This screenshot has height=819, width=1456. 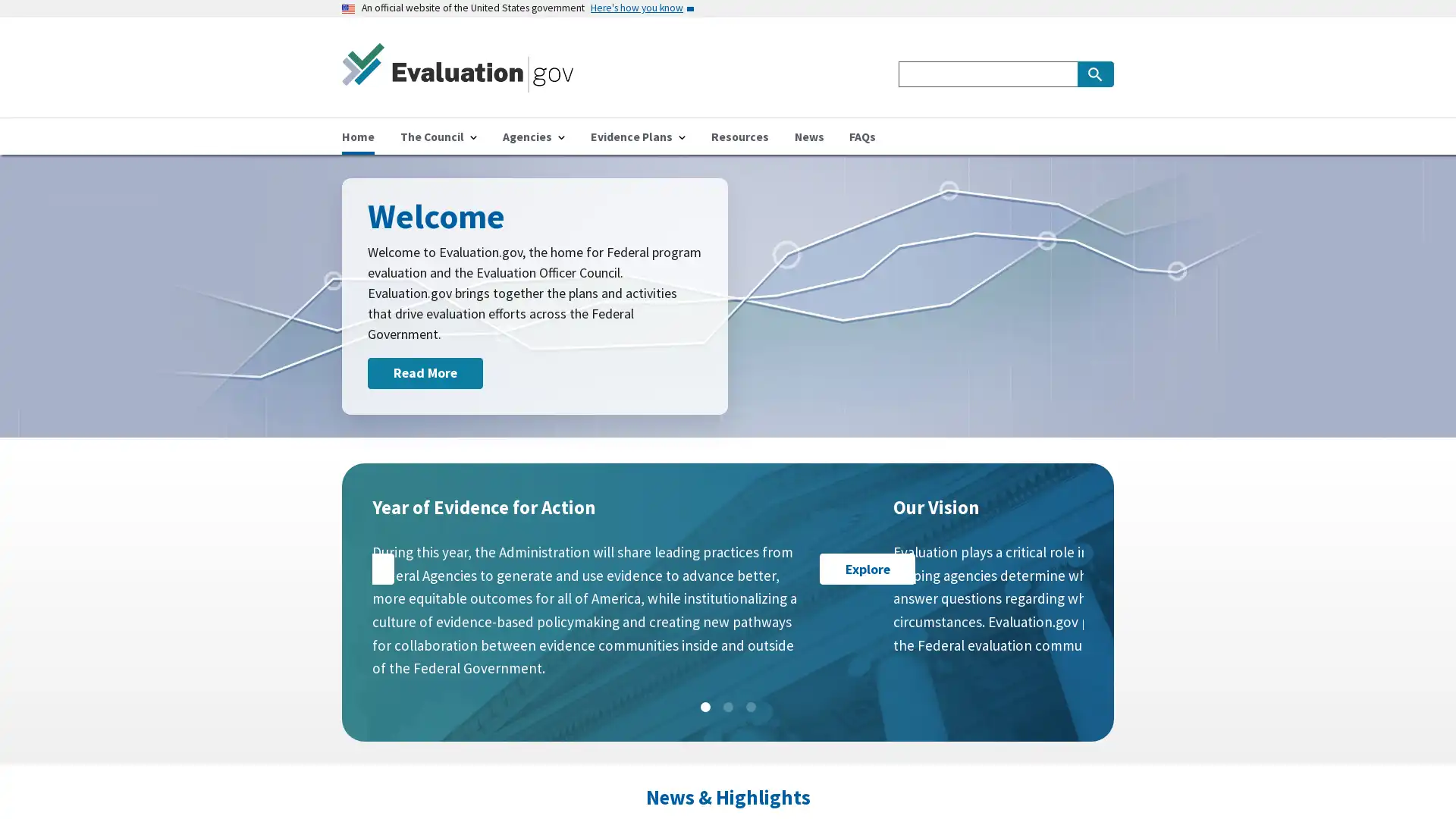 What do you see at coordinates (438, 136) in the screenshot?
I see `The Council` at bounding box center [438, 136].